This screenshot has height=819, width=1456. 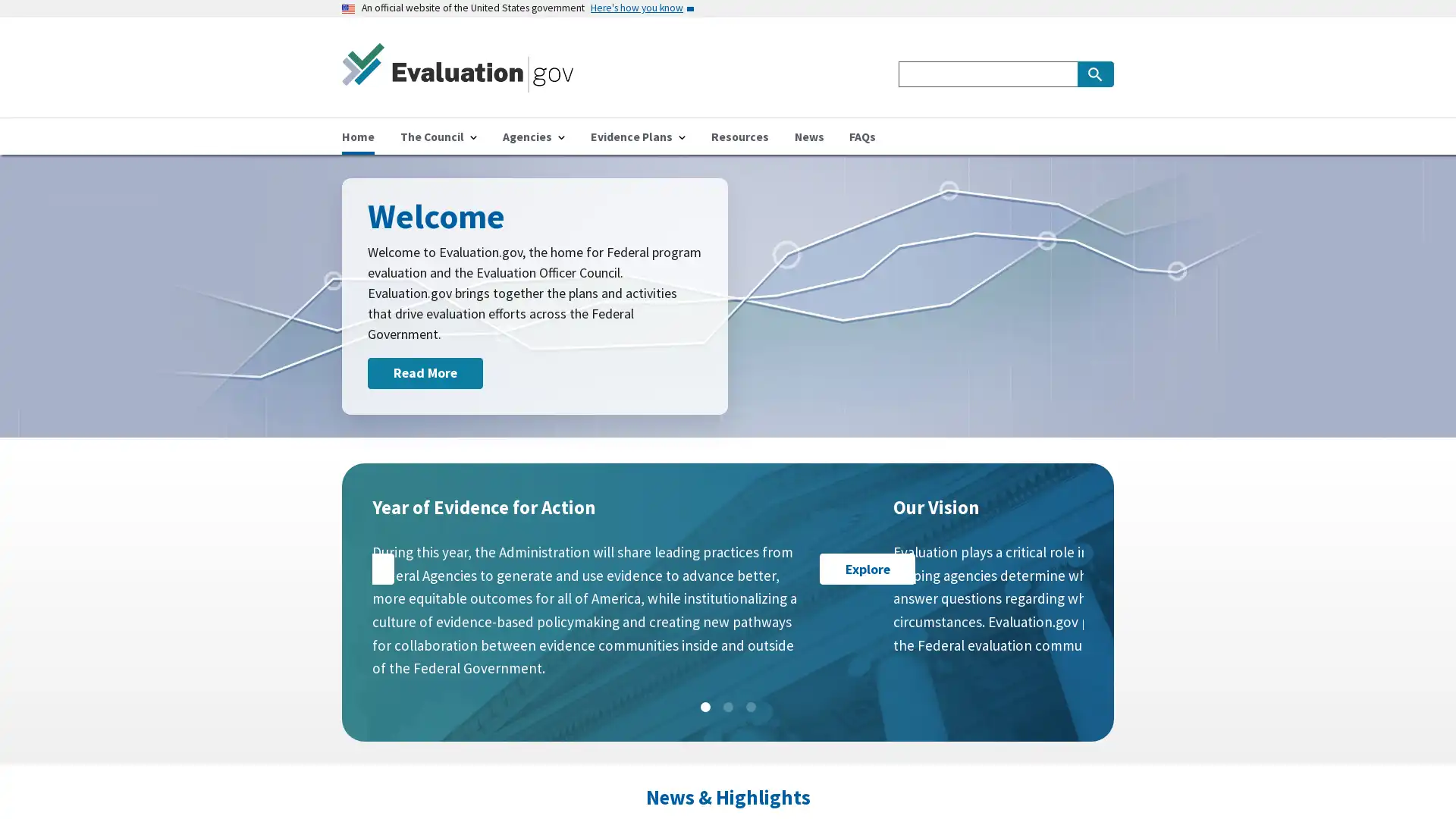 What do you see at coordinates (438, 136) in the screenshot?
I see `The Council` at bounding box center [438, 136].